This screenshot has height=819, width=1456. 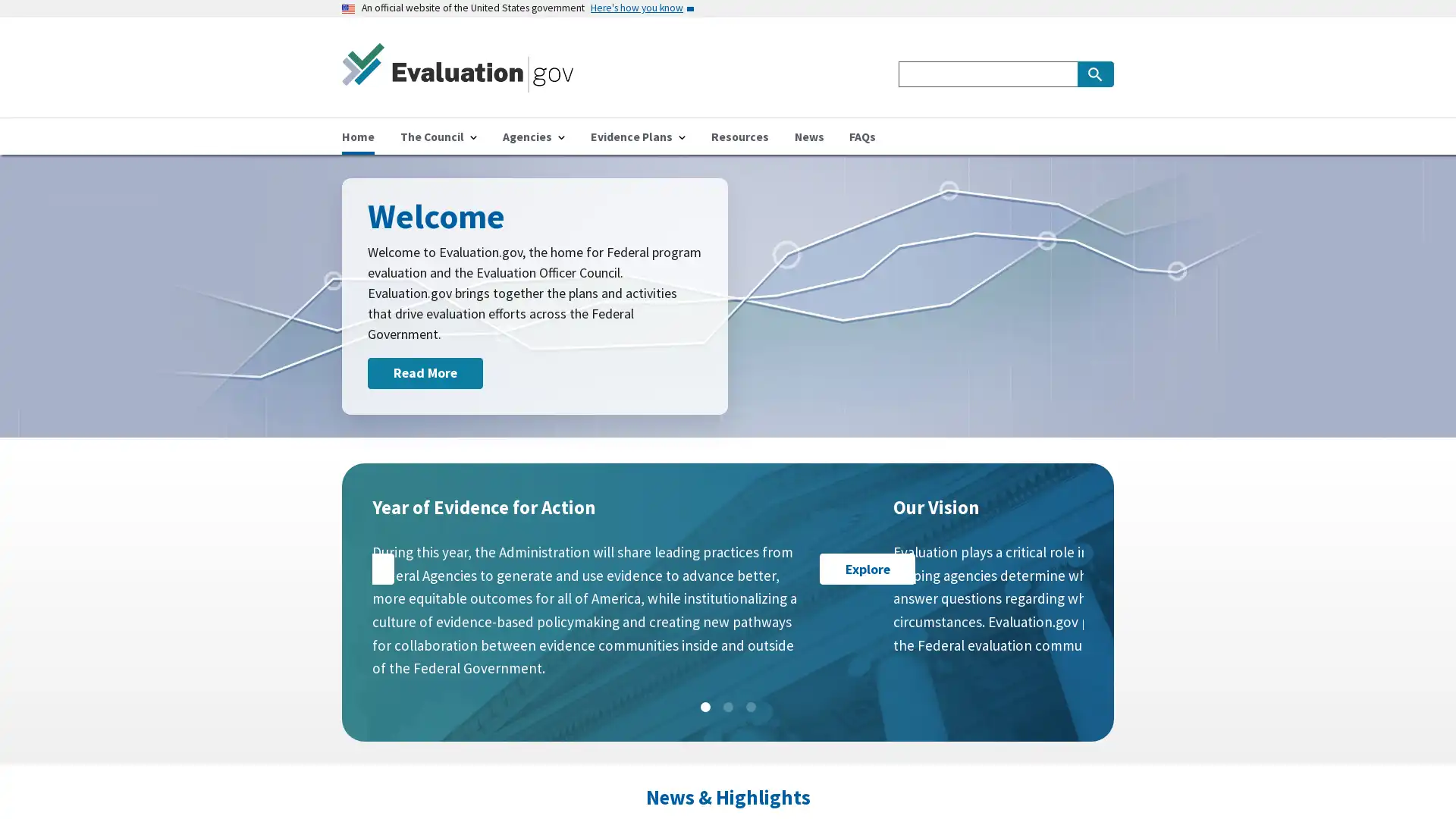 What do you see at coordinates (438, 136) in the screenshot?
I see `The Council` at bounding box center [438, 136].